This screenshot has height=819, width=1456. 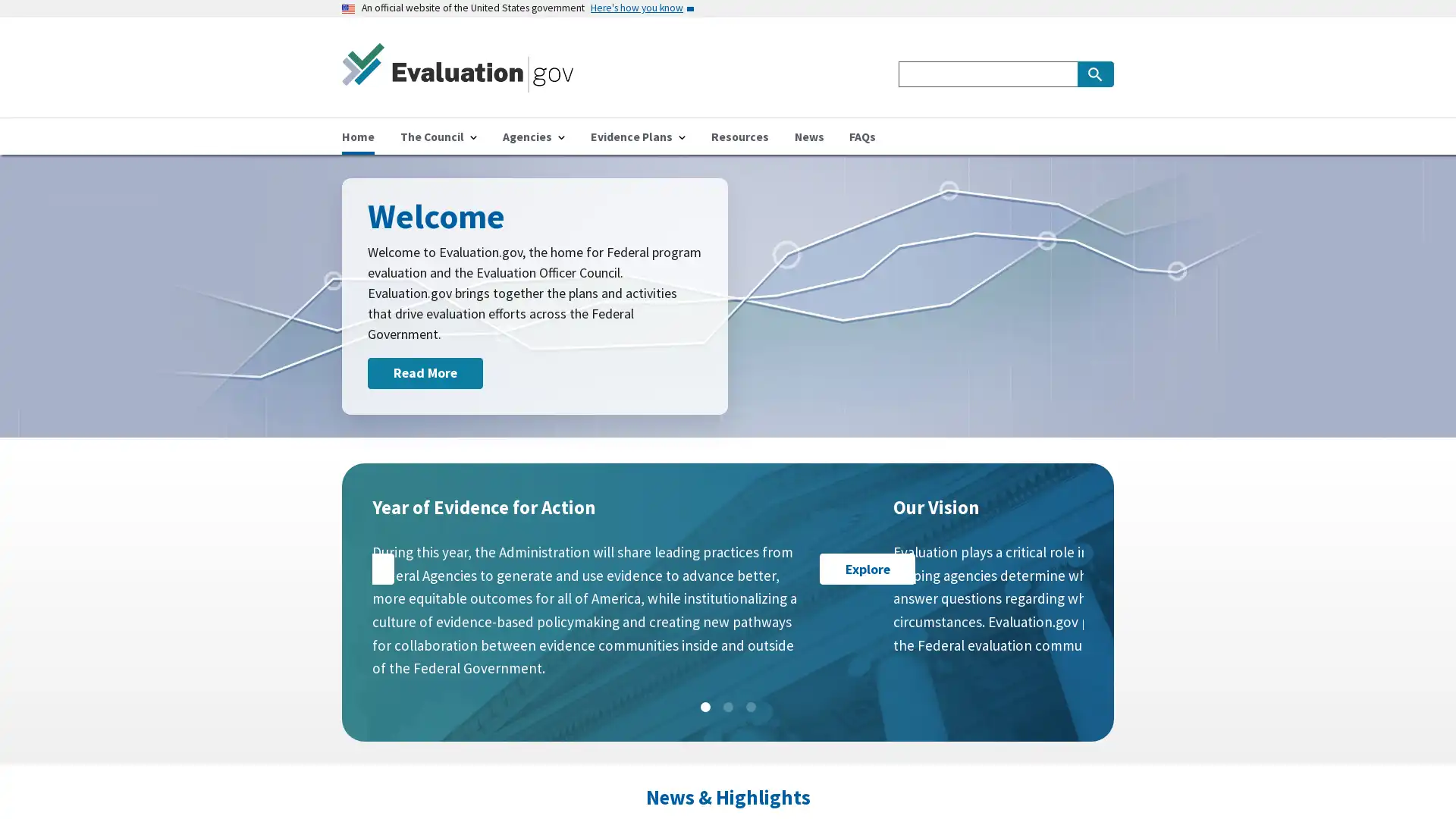 What do you see at coordinates (438, 136) in the screenshot?
I see `The Council` at bounding box center [438, 136].